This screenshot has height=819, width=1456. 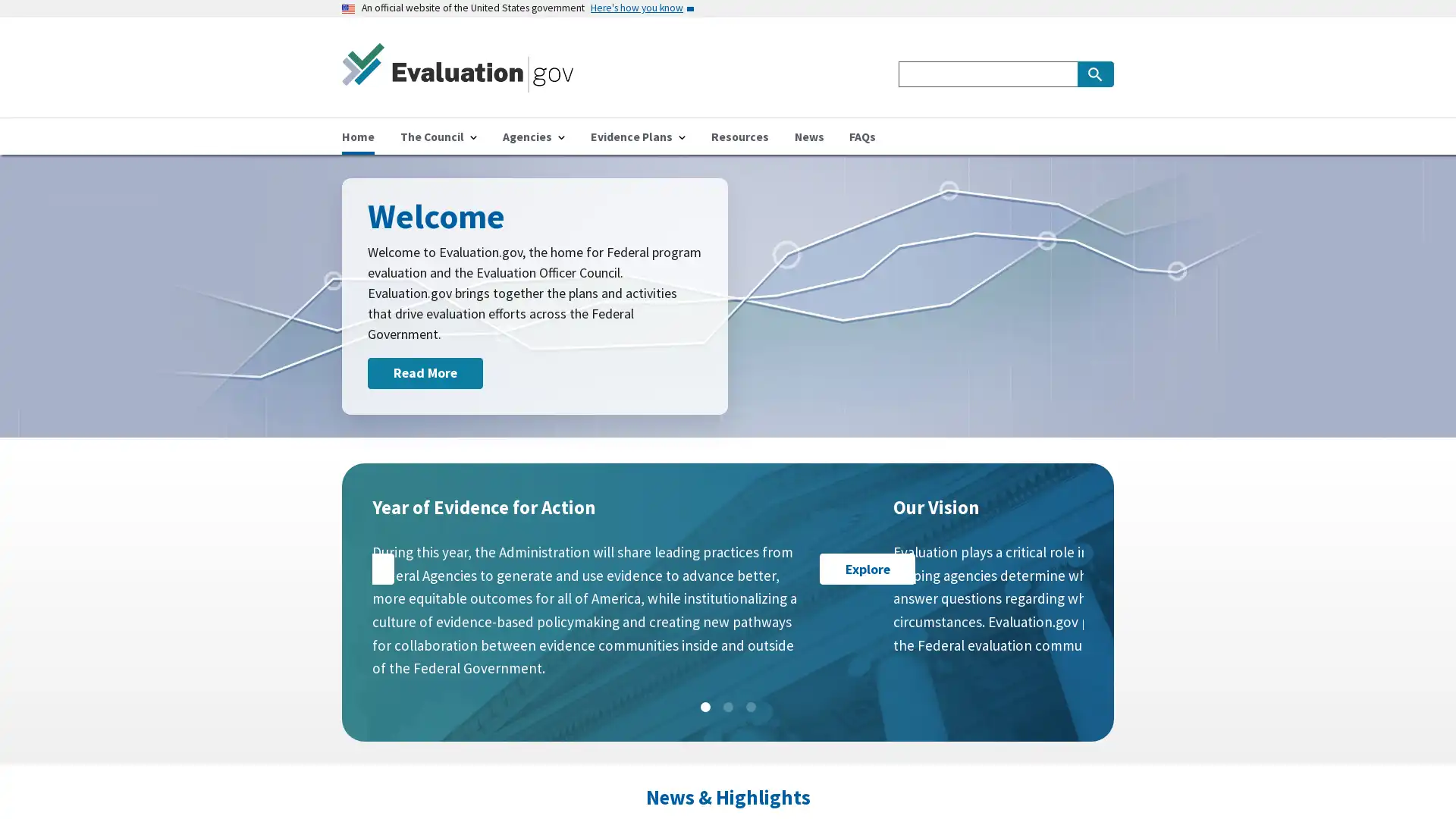 What do you see at coordinates (438, 136) in the screenshot?
I see `The Council` at bounding box center [438, 136].